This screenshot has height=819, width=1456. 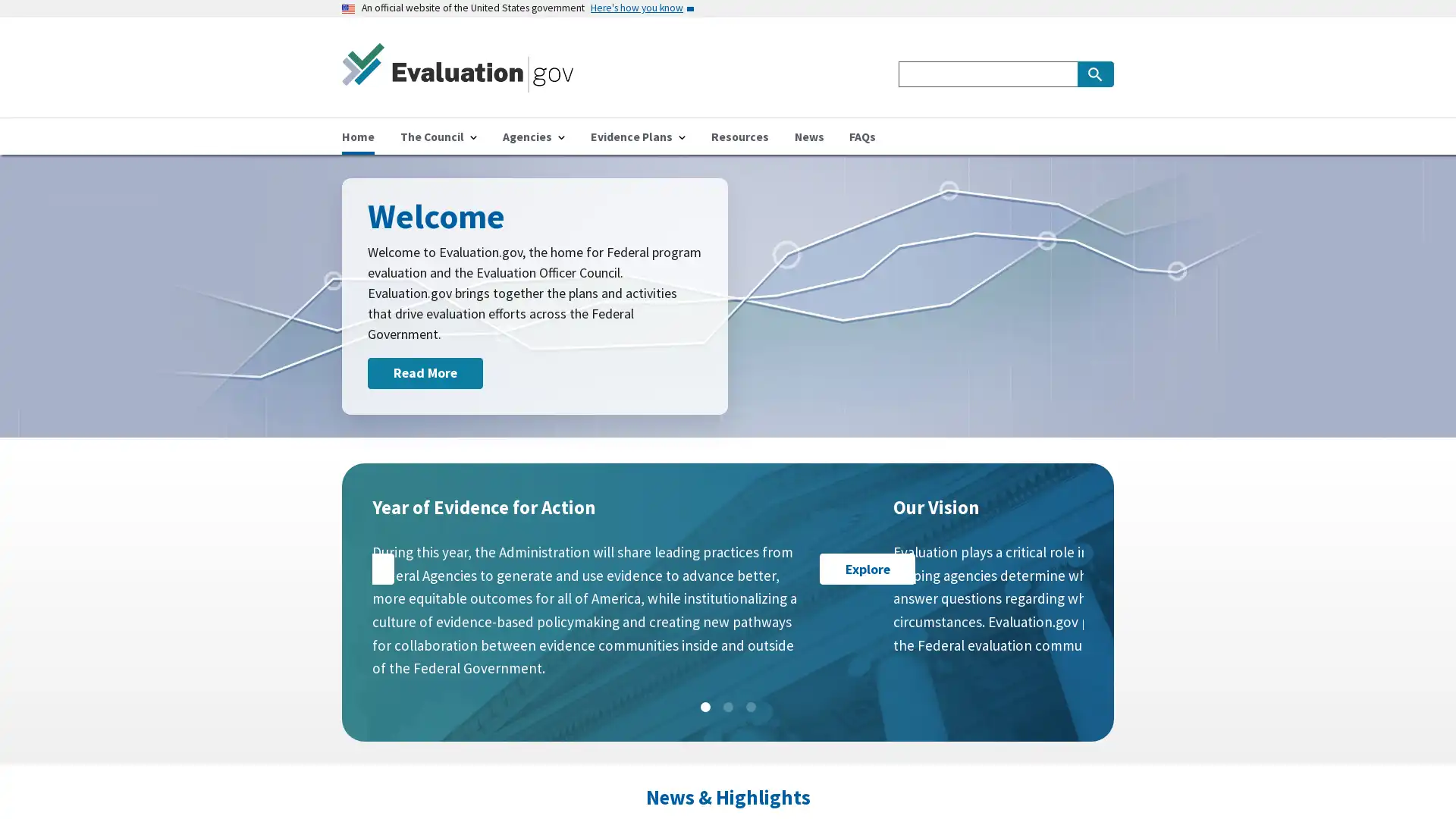 What do you see at coordinates (438, 136) in the screenshot?
I see `The Council` at bounding box center [438, 136].